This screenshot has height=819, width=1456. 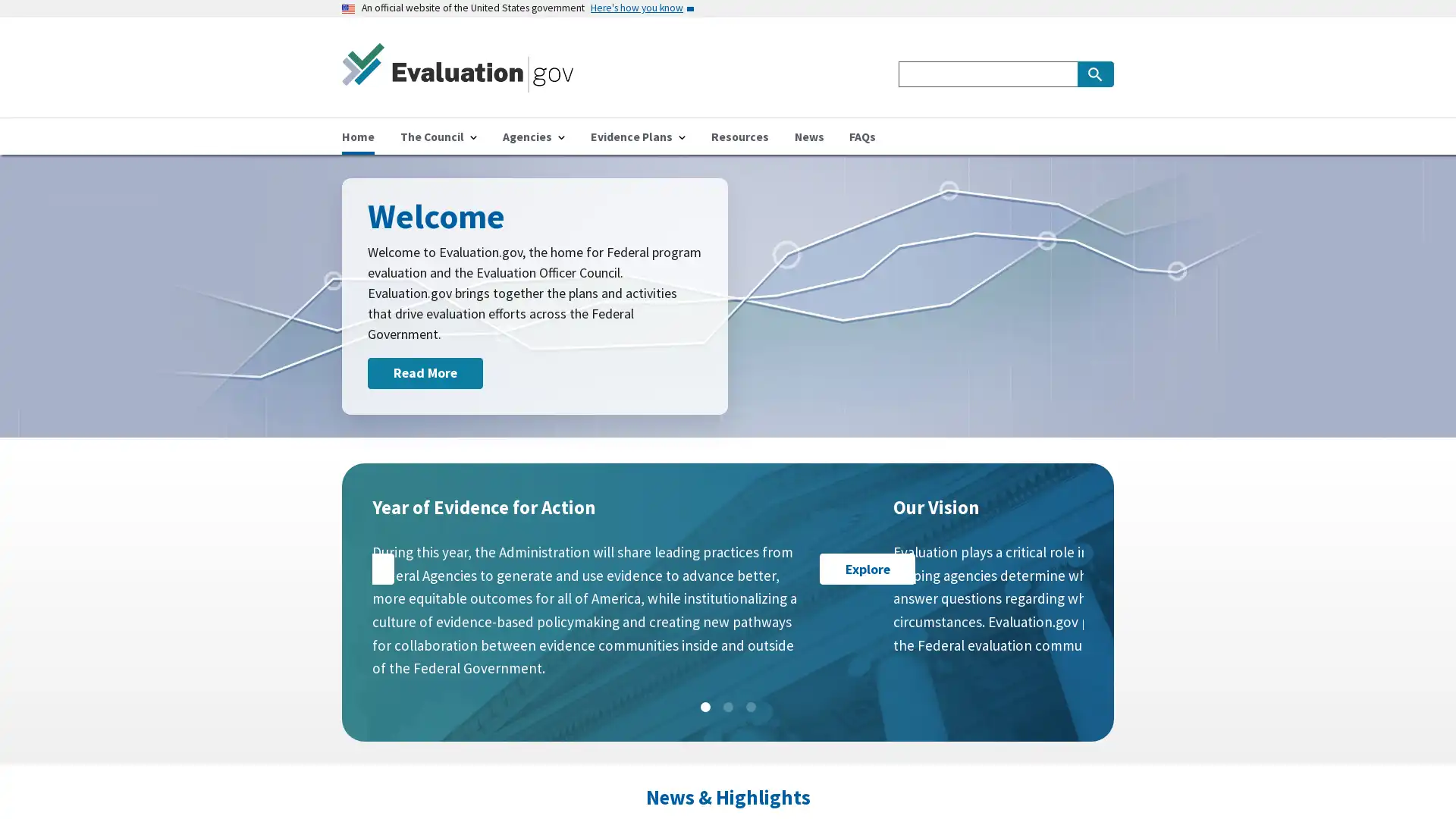 What do you see at coordinates (438, 136) in the screenshot?
I see `The Council` at bounding box center [438, 136].